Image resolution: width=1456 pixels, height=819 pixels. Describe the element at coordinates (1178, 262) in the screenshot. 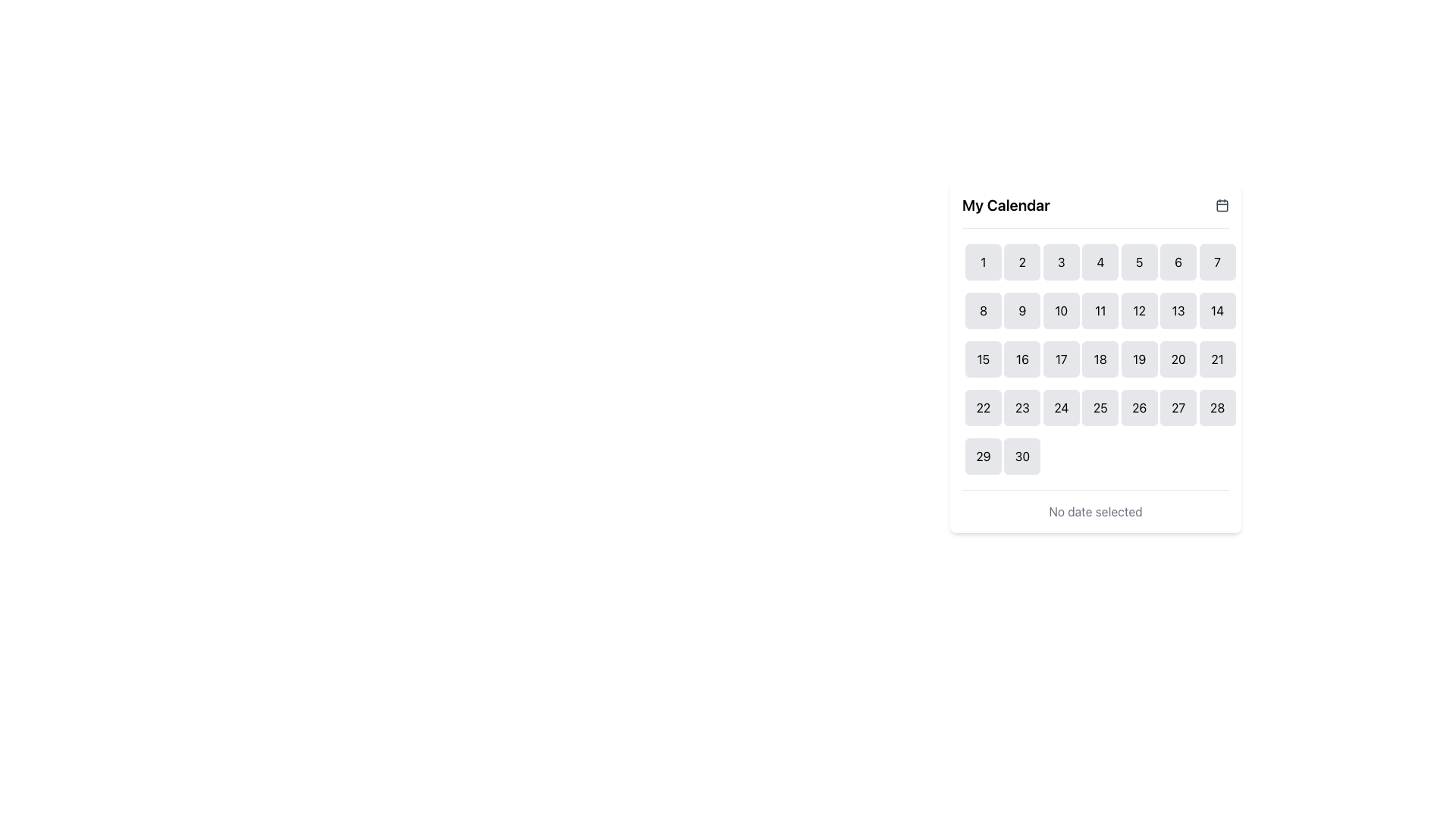

I see `the button used for selecting the date '6' from the calendar displayed, located in the first row of the calendar grid as the 6th entry from the left` at that location.